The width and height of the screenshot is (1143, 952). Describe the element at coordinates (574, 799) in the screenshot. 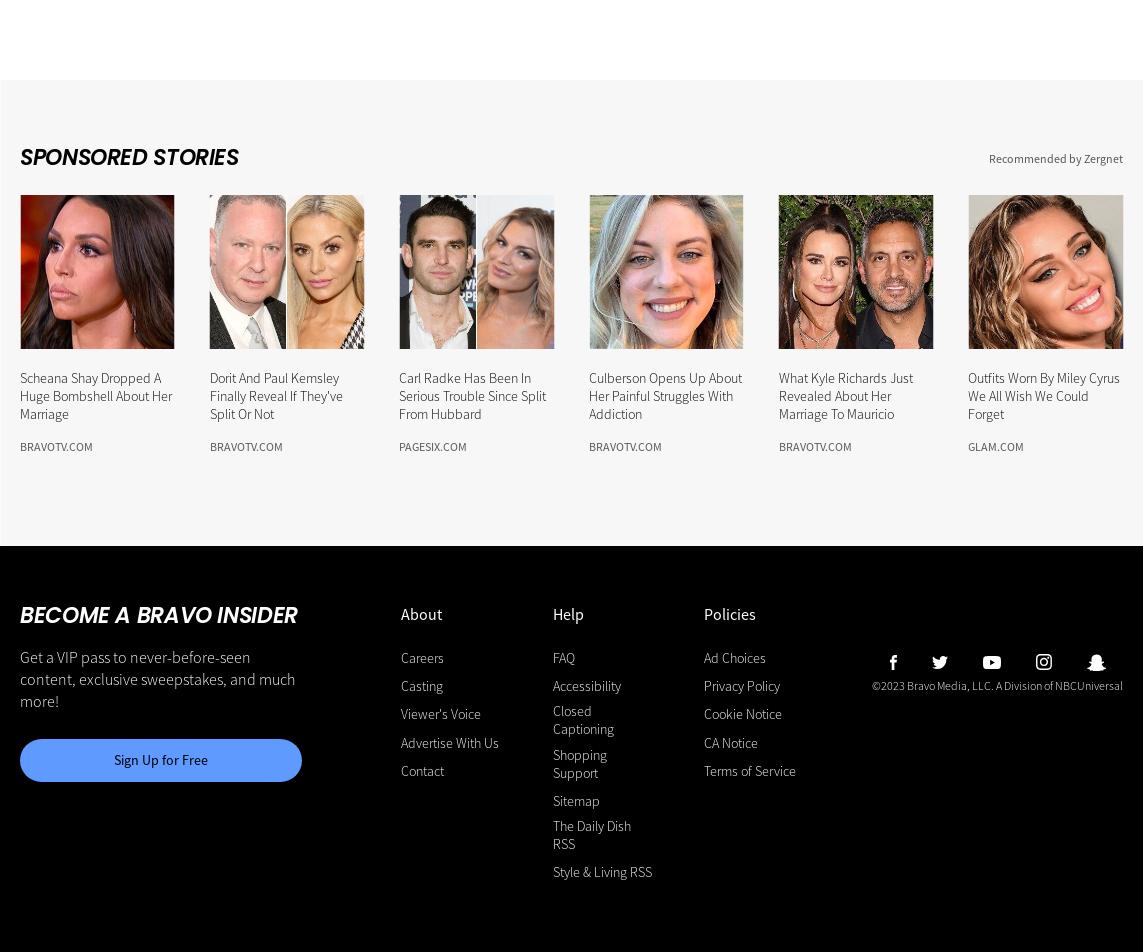

I see `'Sitemap'` at that location.